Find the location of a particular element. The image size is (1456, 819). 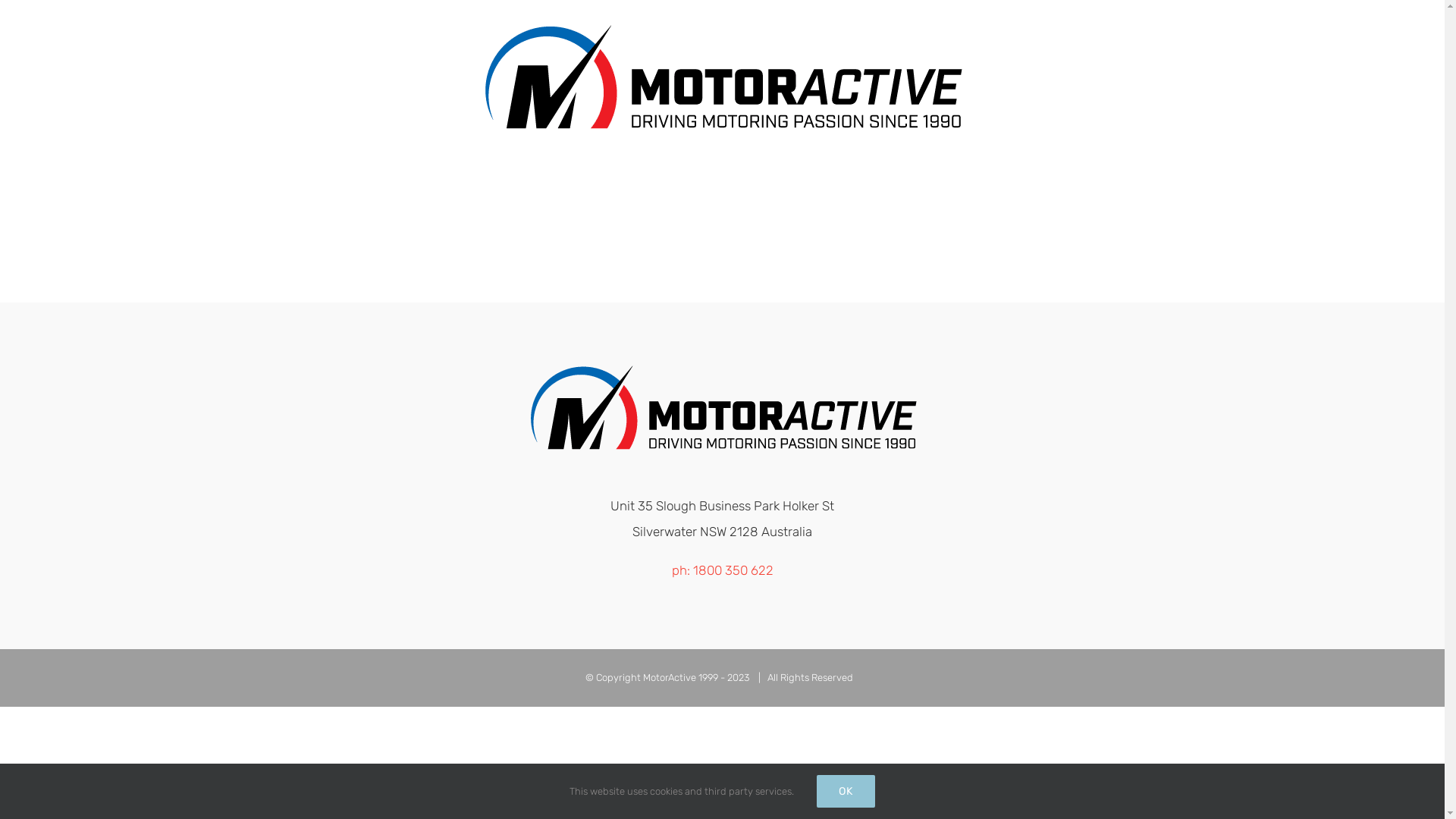

'OK' is located at coordinates (845, 790).